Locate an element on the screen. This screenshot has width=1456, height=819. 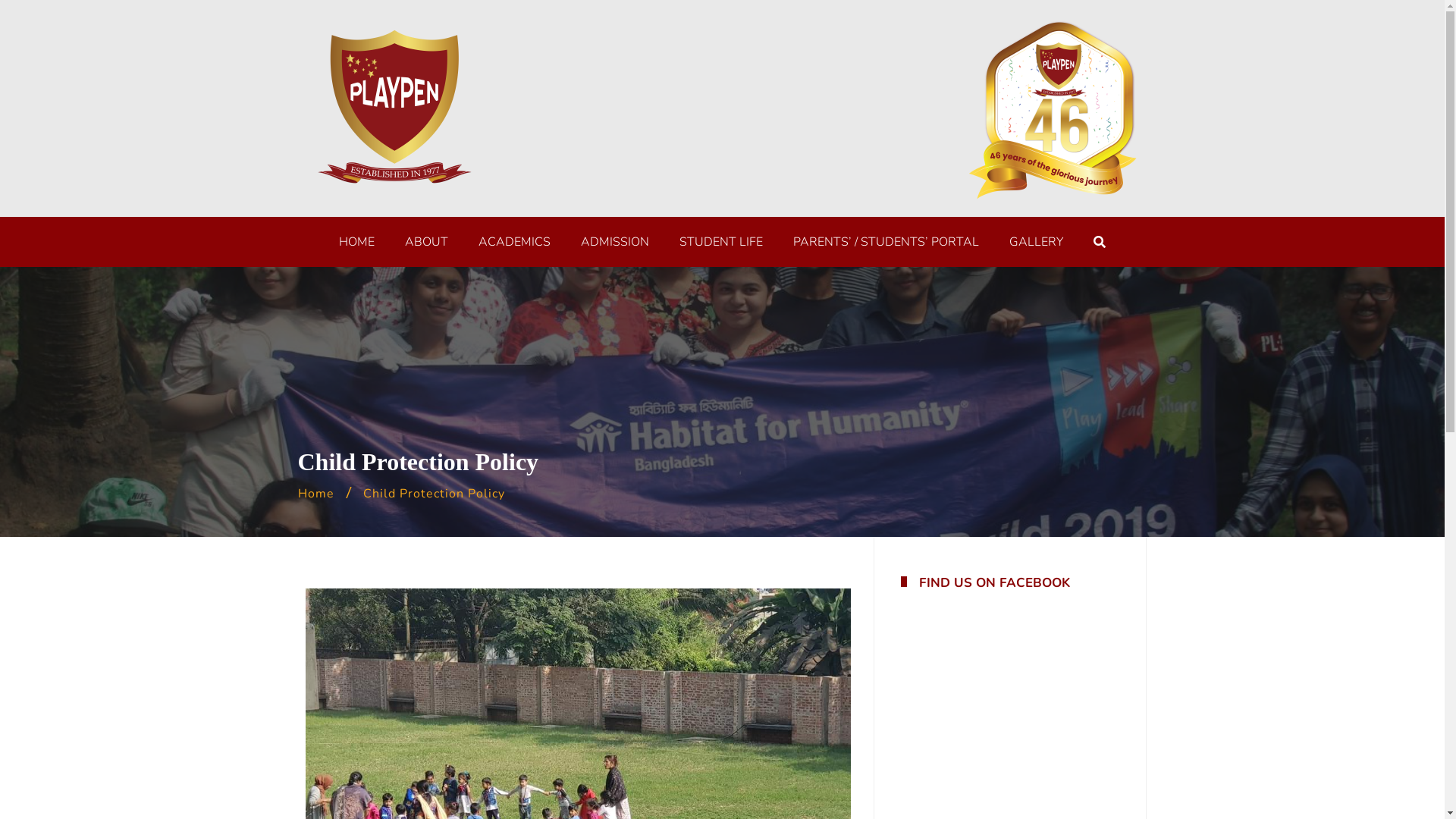
'celebration logo-01' is located at coordinates (1051, 107).